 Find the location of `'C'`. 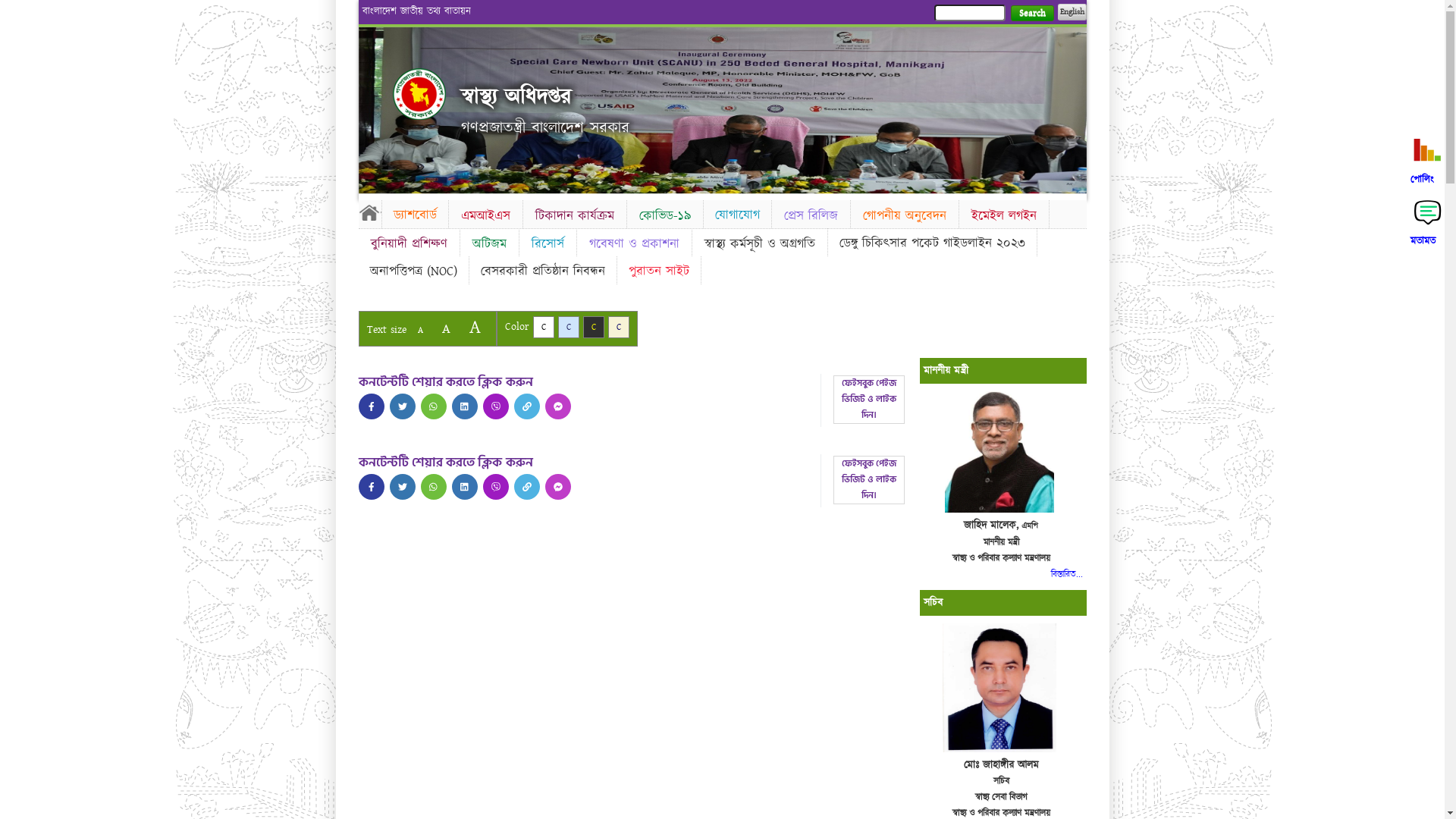

'C' is located at coordinates (567, 326).